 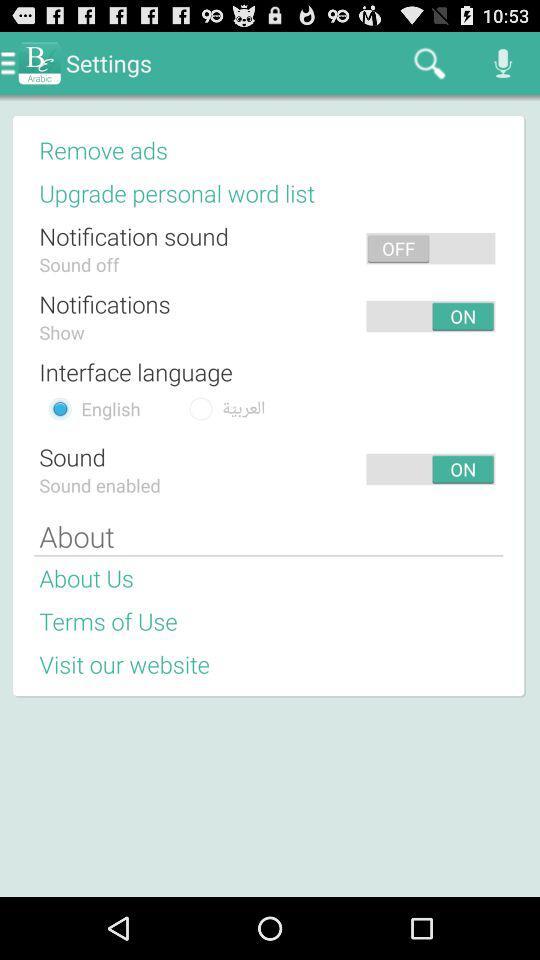 What do you see at coordinates (135, 370) in the screenshot?
I see `interface language` at bounding box center [135, 370].